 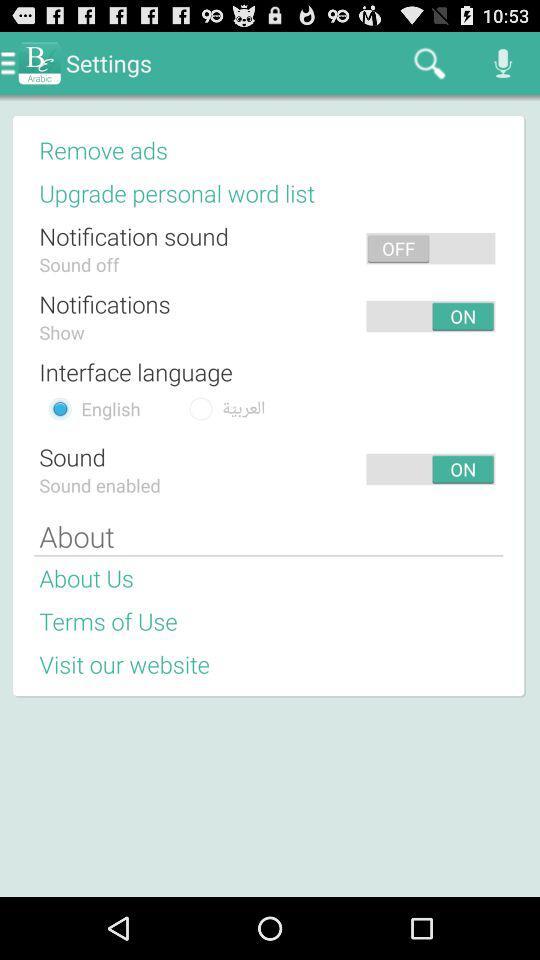 What do you see at coordinates (135, 370) in the screenshot?
I see `interface language` at bounding box center [135, 370].